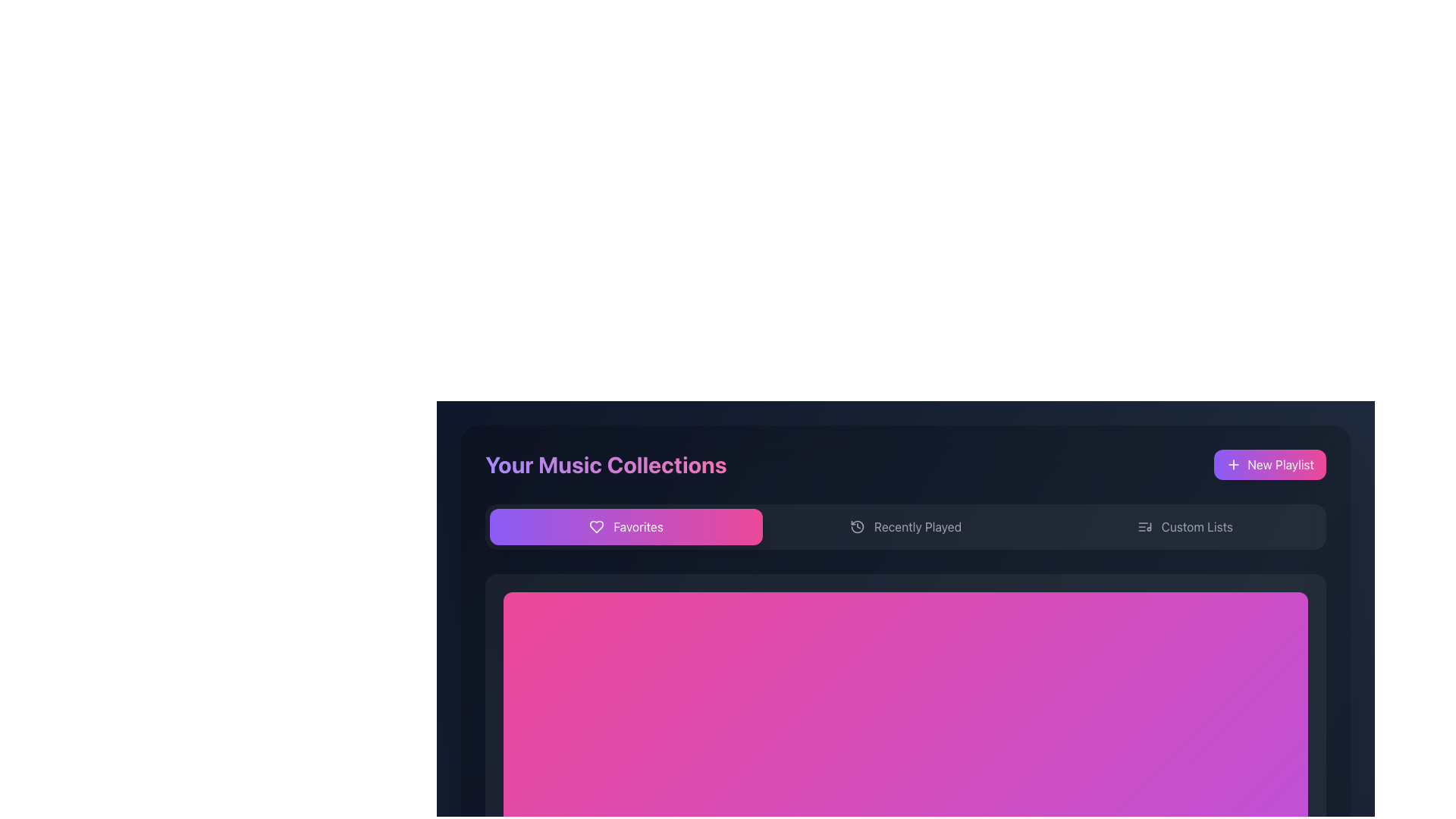 The width and height of the screenshot is (1456, 819). What do you see at coordinates (626, 526) in the screenshot?
I see `the 'Favorites' button, which is a rectangular button with a gradient background from violet to pink, featuring a heart icon and white text` at bounding box center [626, 526].